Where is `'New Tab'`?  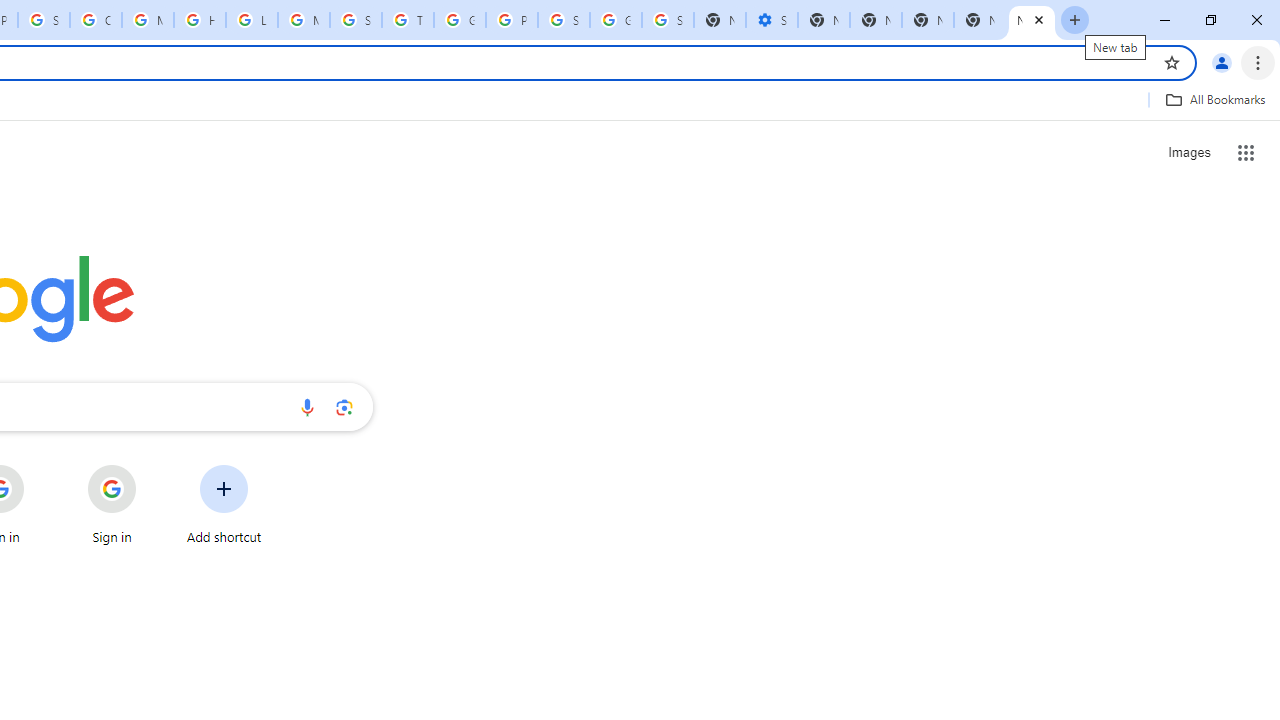
'New Tab' is located at coordinates (979, 20).